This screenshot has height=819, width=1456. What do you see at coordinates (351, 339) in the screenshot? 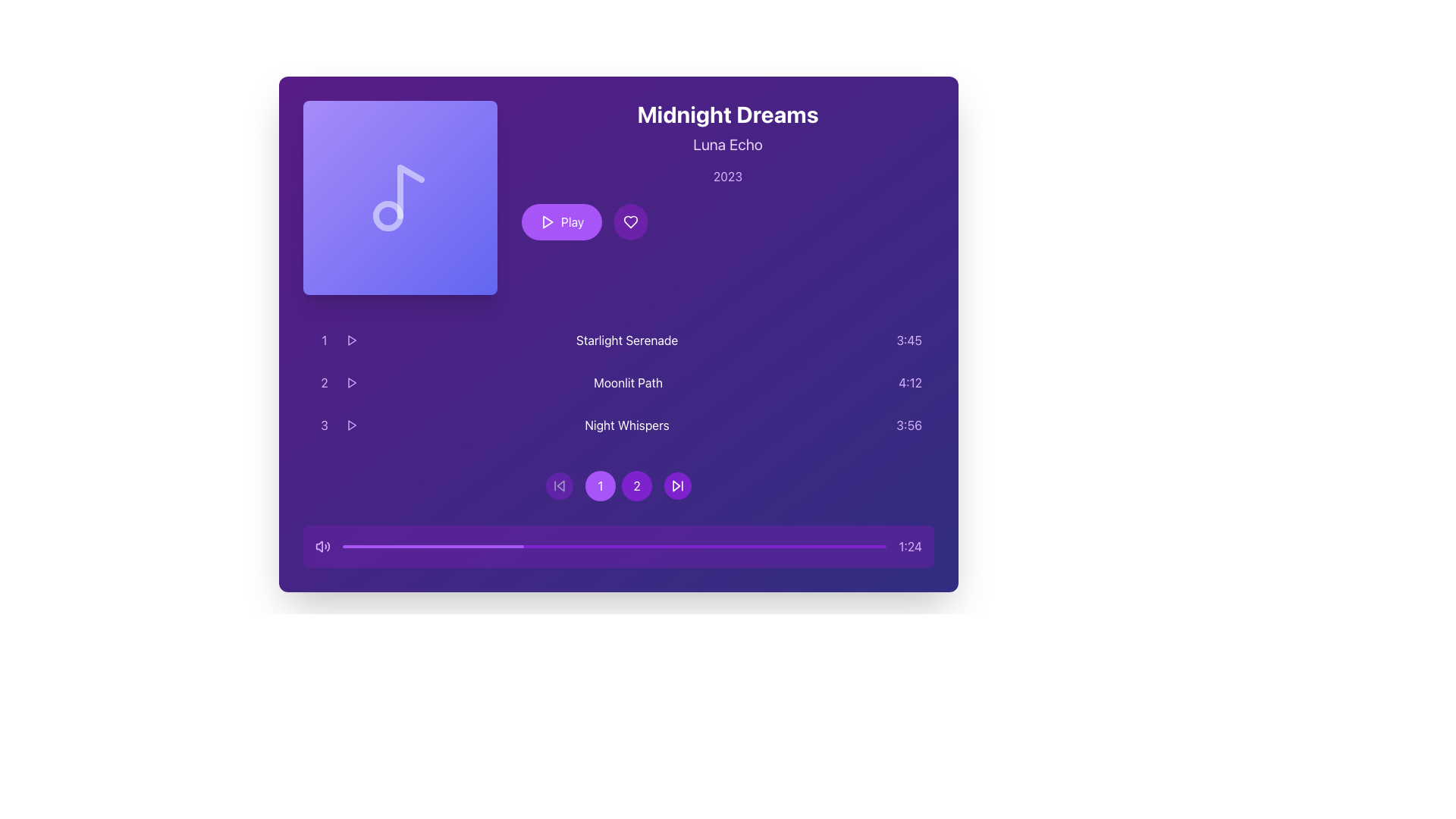
I see `the triangular purple play icon located in the first list item next to the numeral '1' and above the song title 'Starlight Serenade' for additional options` at bounding box center [351, 339].